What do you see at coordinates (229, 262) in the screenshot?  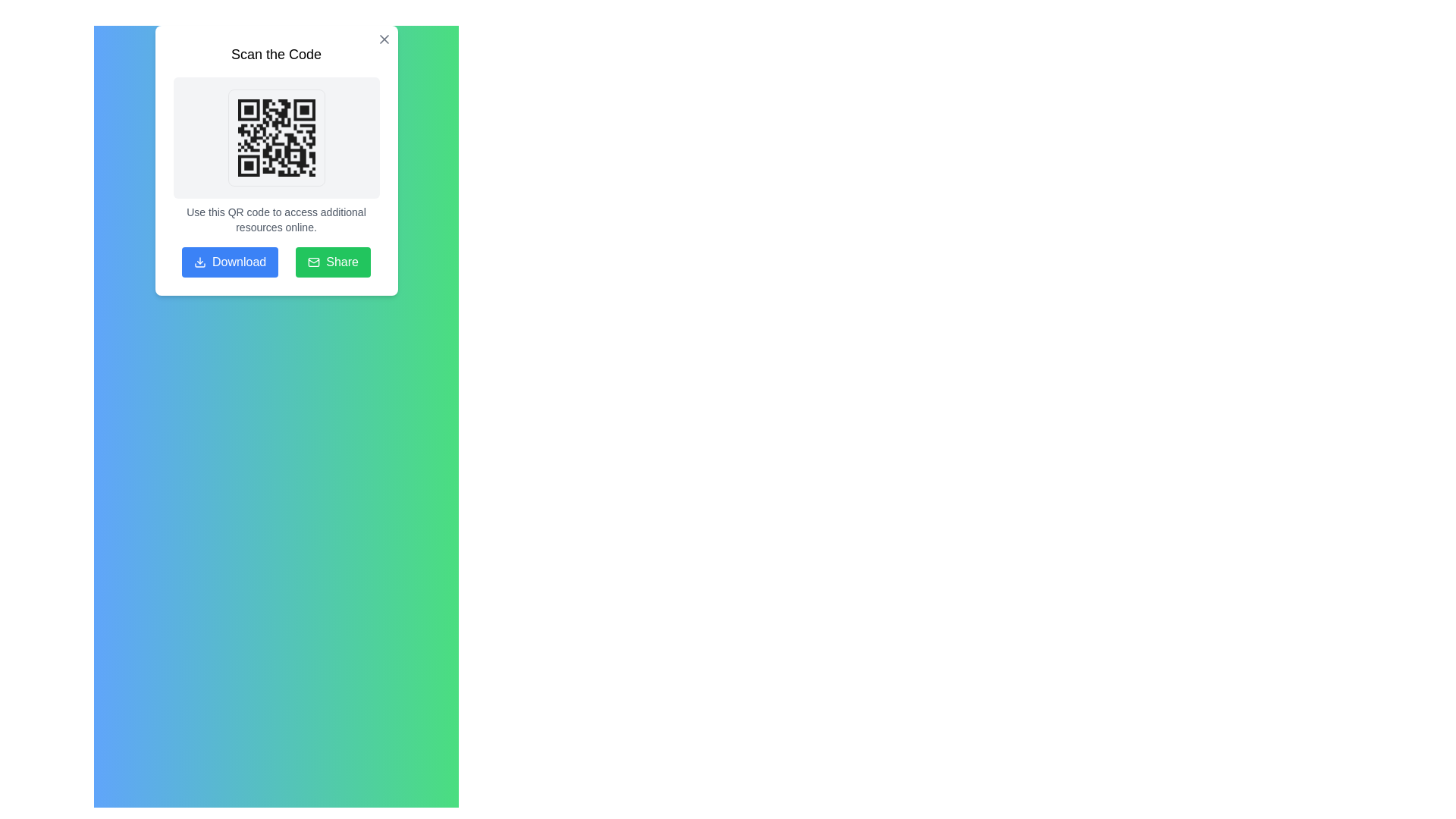 I see `the functional button located at the lower side of the modal window to initiate the file download` at bounding box center [229, 262].